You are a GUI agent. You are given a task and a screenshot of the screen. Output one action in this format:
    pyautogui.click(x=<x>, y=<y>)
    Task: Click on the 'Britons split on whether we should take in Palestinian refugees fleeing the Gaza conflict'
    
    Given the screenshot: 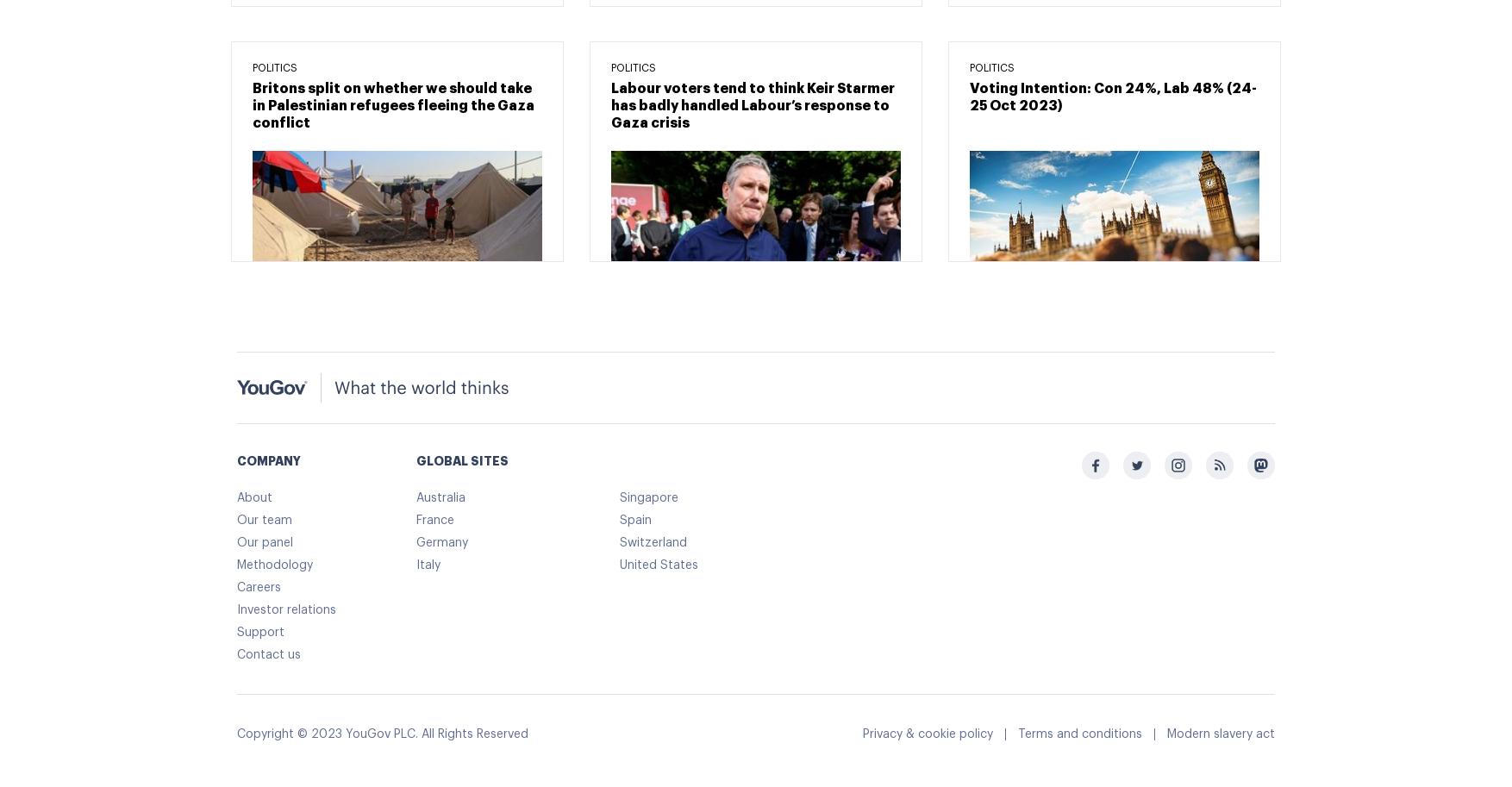 What is the action you would take?
    pyautogui.click(x=392, y=104)
    